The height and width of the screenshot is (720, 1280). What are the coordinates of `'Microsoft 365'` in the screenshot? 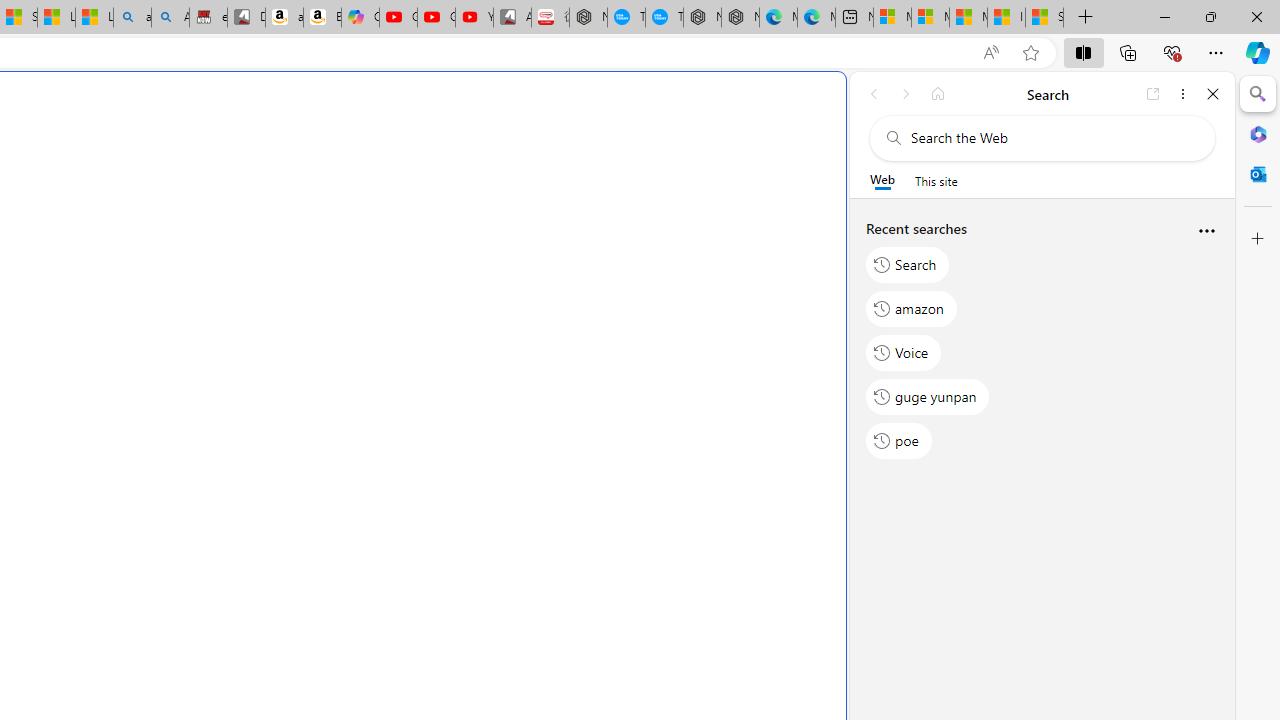 It's located at (1257, 133).